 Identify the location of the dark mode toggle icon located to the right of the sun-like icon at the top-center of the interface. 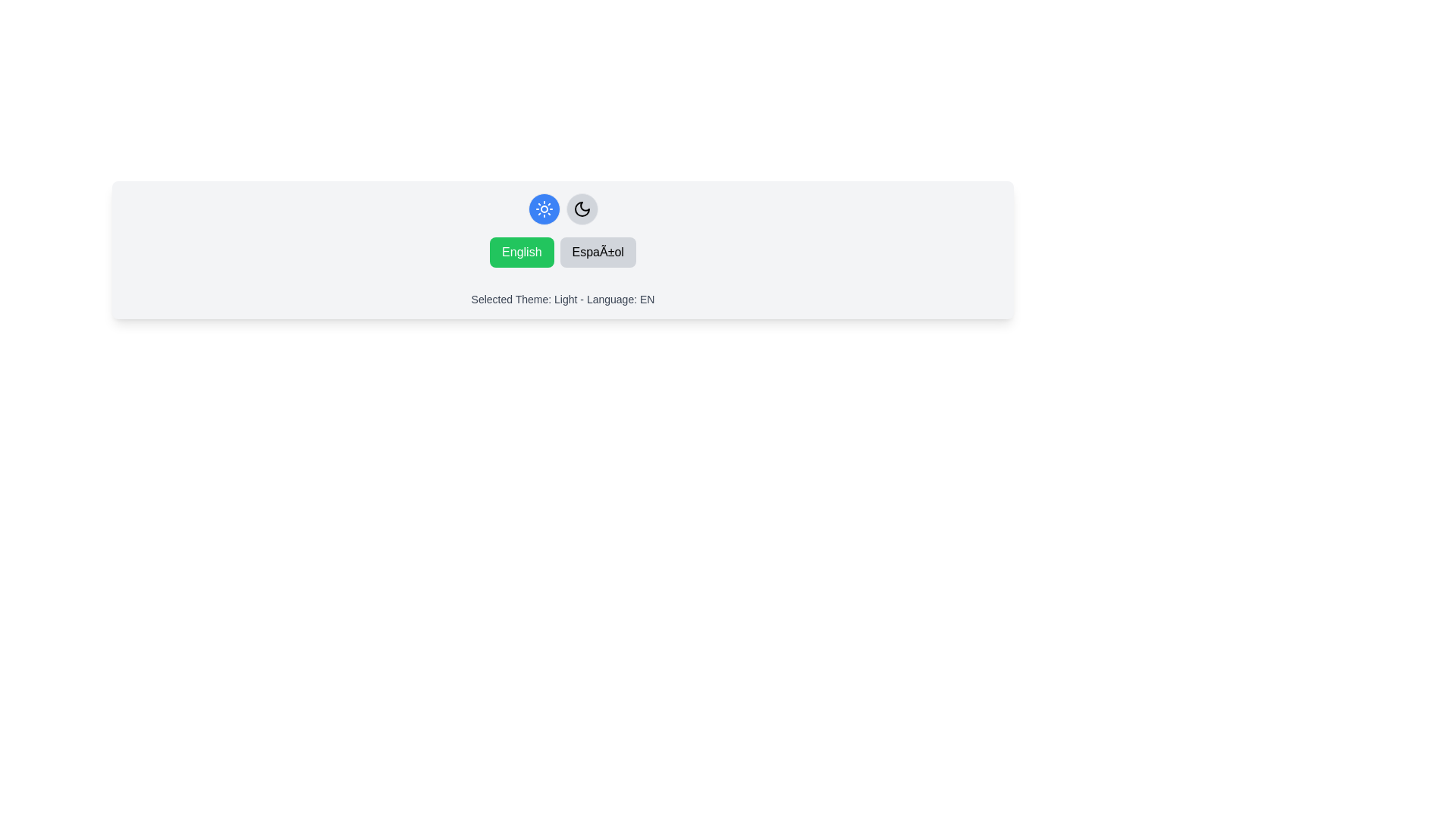
(581, 209).